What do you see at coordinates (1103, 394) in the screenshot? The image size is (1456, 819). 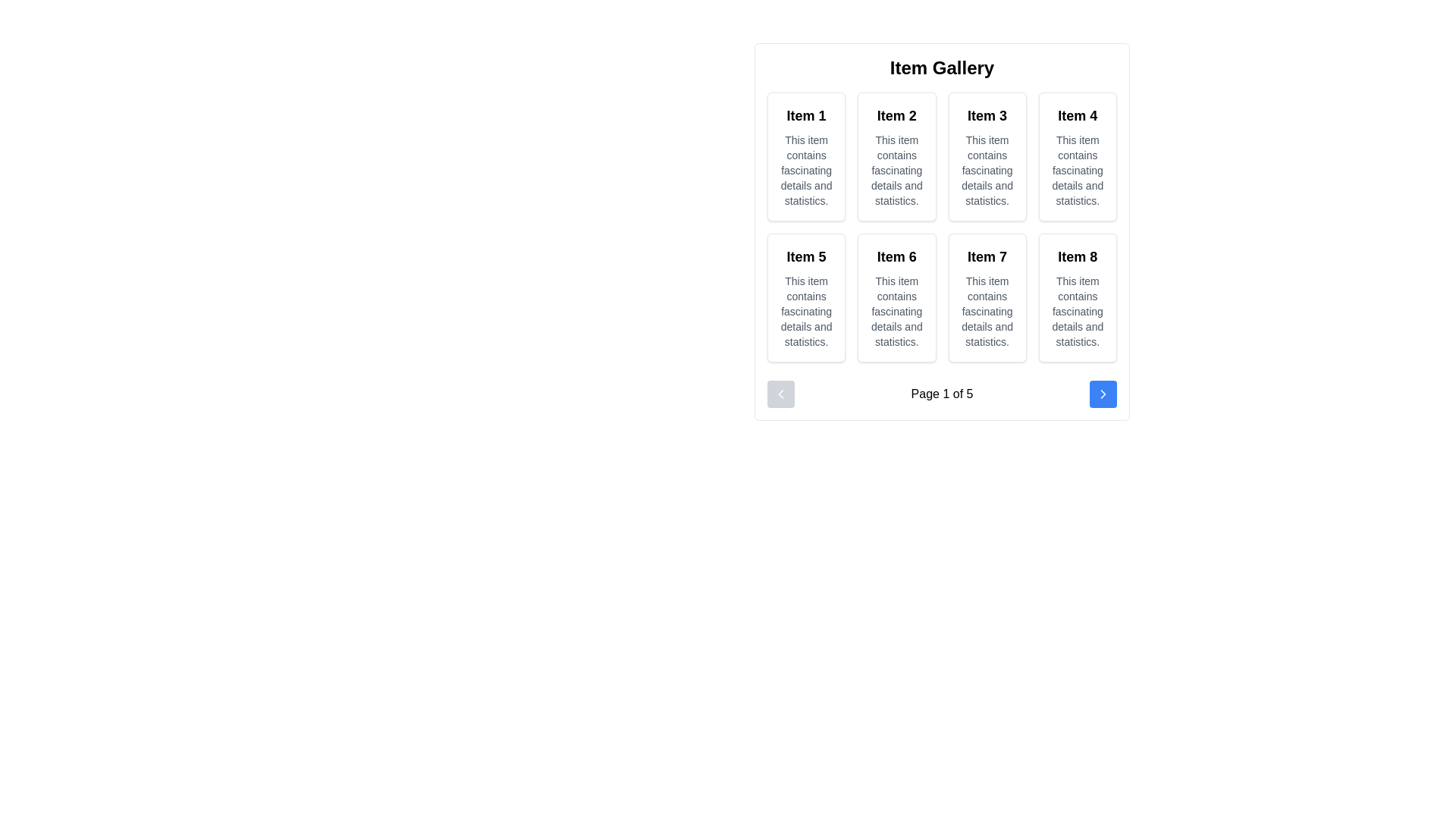 I see `the blue circular button at the bottom-right corner of the pagination section` at bounding box center [1103, 394].